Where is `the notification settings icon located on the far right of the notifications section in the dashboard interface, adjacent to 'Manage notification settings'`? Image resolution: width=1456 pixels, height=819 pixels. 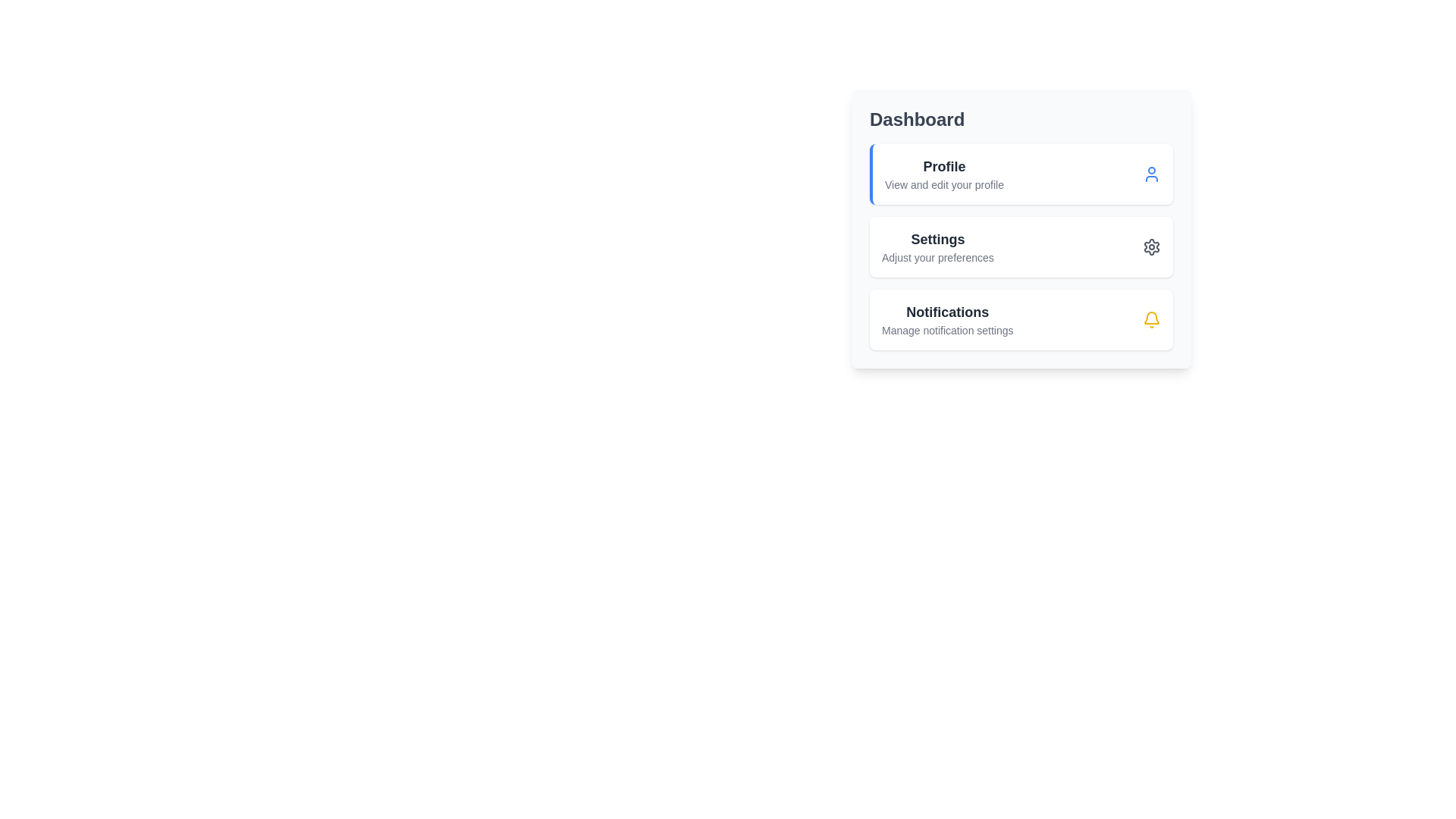
the notification settings icon located on the far right of the notifications section in the dashboard interface, adjacent to 'Manage notification settings' is located at coordinates (1151, 318).